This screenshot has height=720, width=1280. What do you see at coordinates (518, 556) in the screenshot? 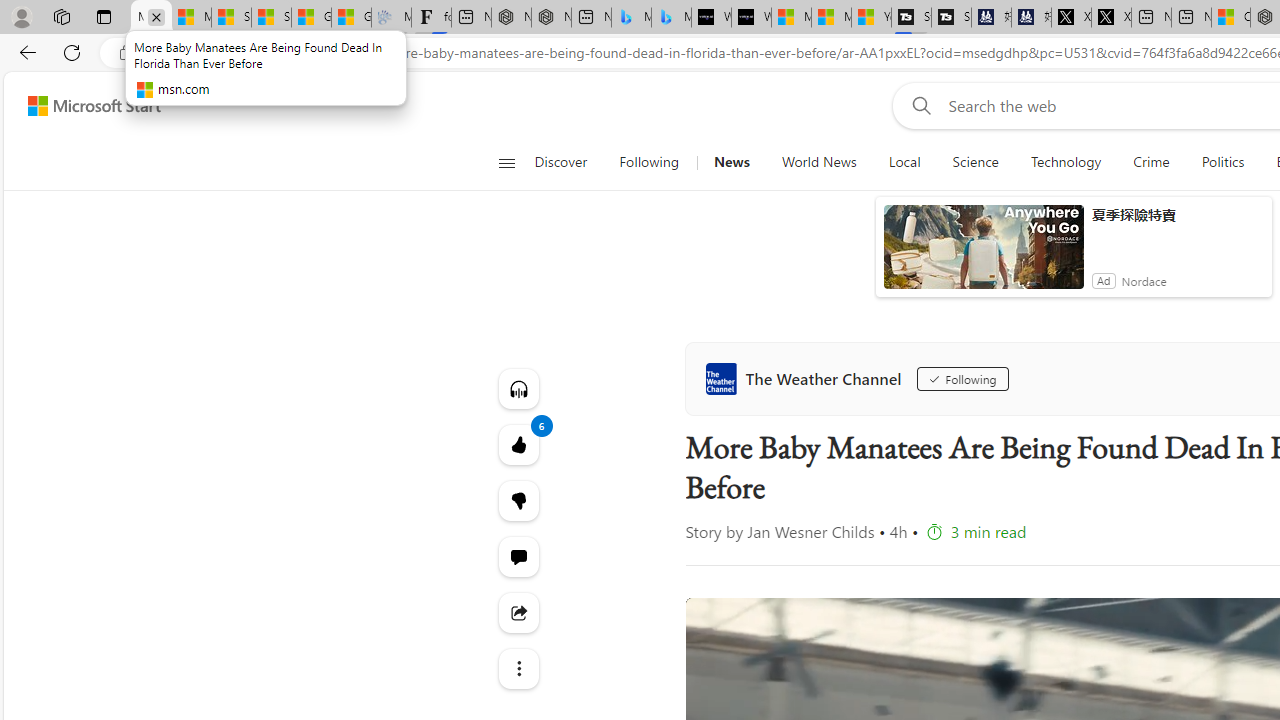
I see `'Start the conversation'` at bounding box center [518, 556].